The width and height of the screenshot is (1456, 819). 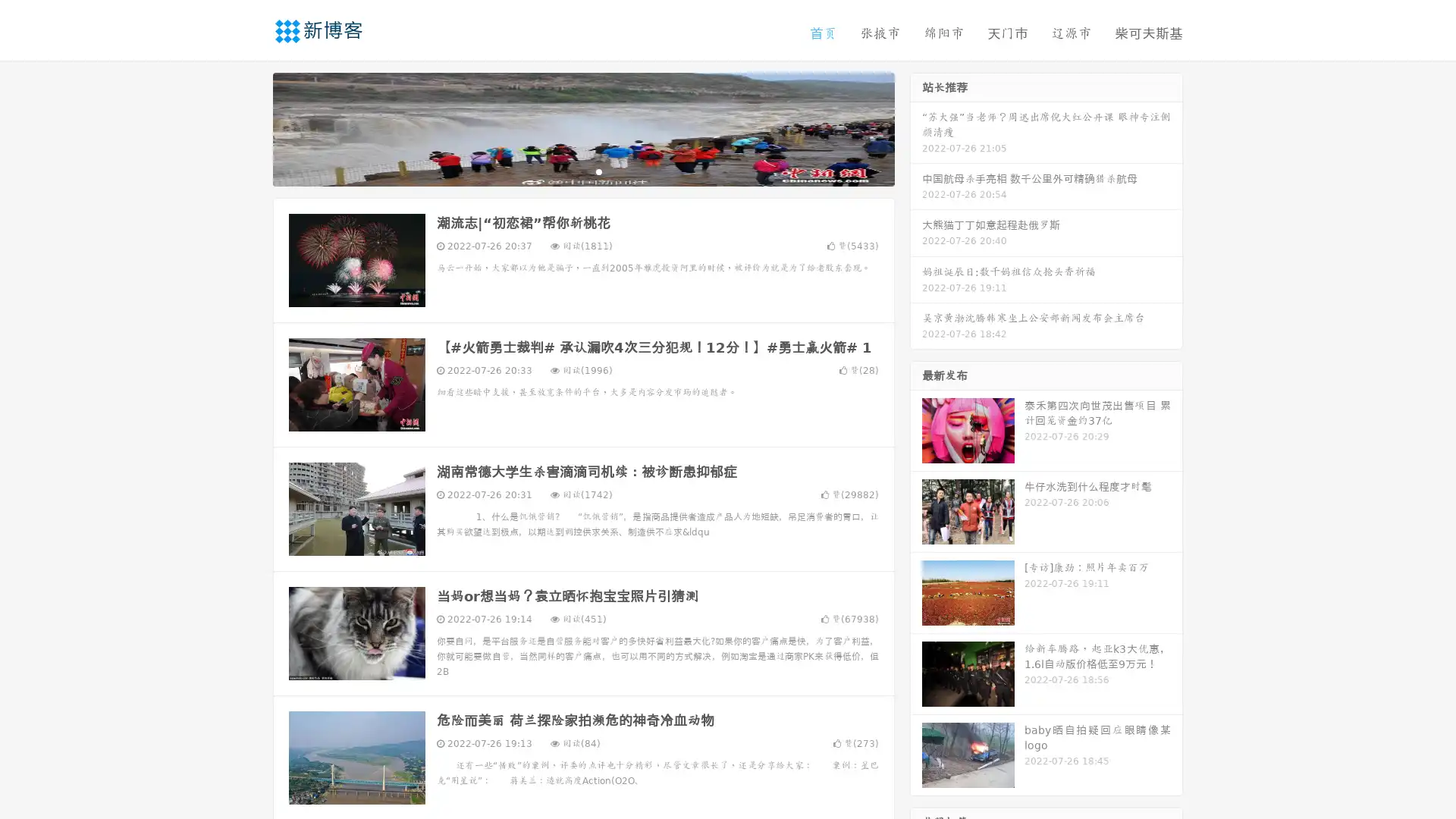 I want to click on Go to slide 1, so click(x=567, y=171).